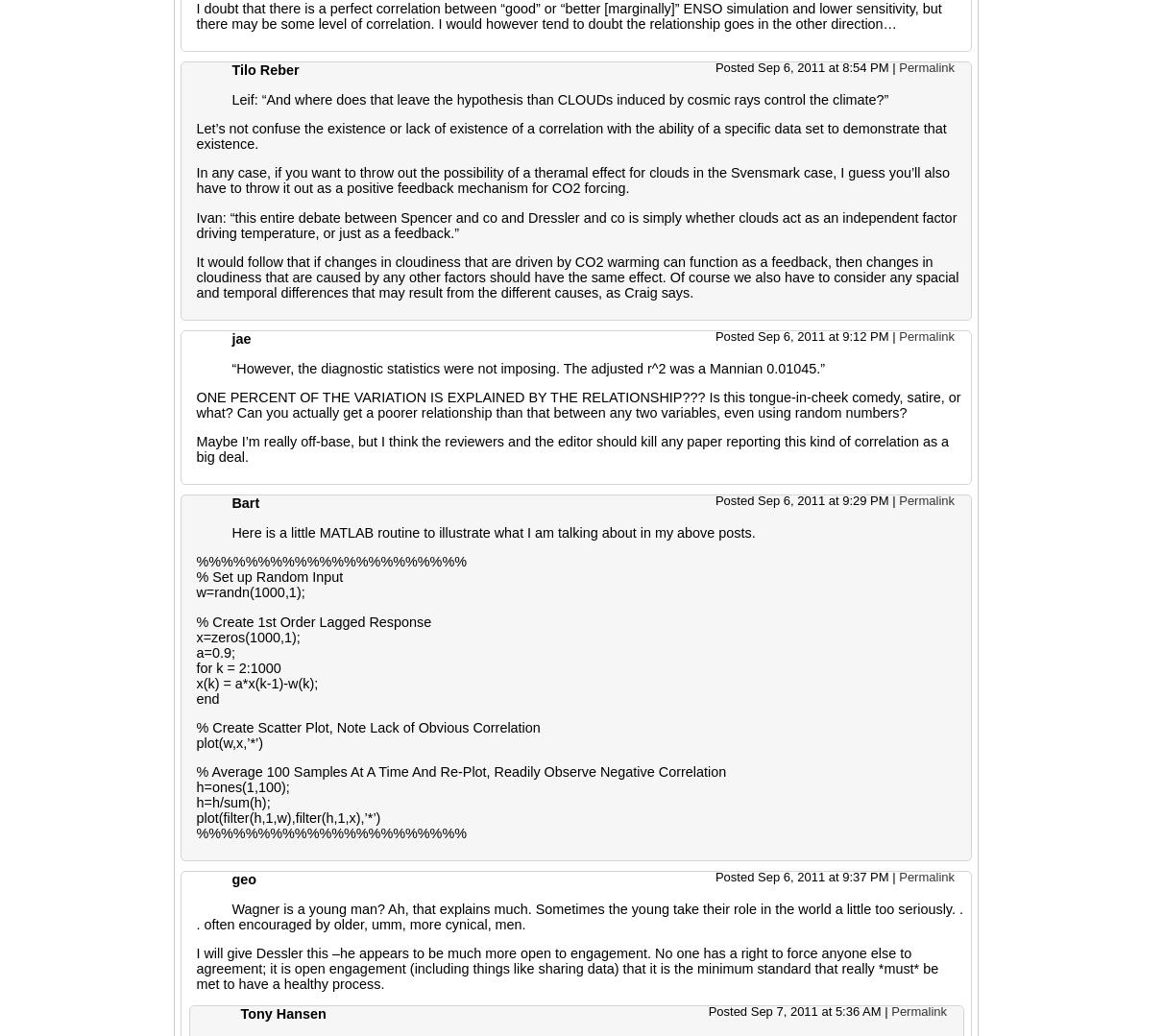 The width and height of the screenshot is (1164, 1036). Describe the element at coordinates (194, 134) in the screenshot. I see `'Let’s not confuse the existence or lack of existence of a correlation with the ability of a specific data set to demonstrate that existence.'` at that location.